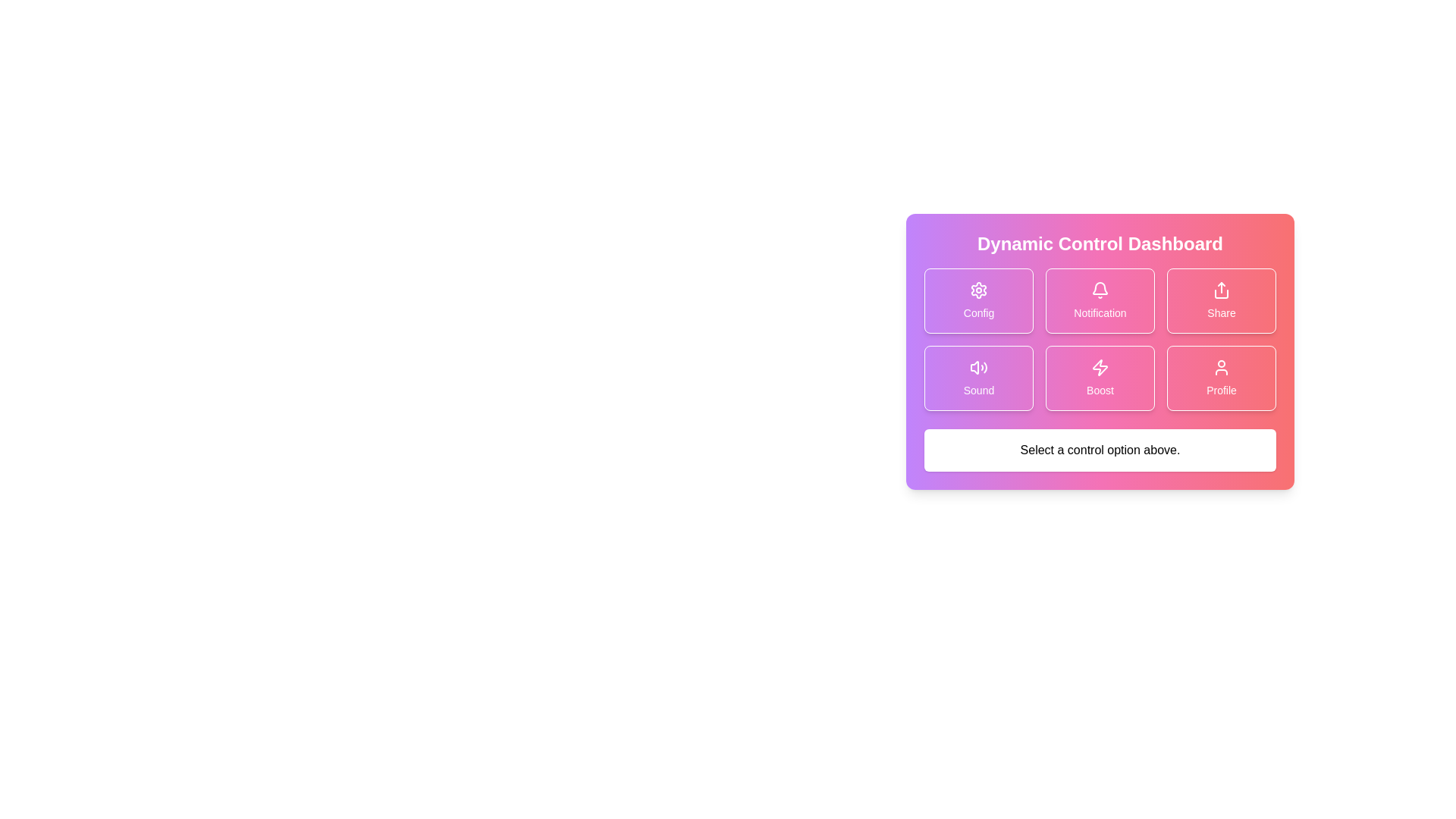  Describe the element at coordinates (1100, 243) in the screenshot. I see `the text heading 'Dynamic Control Dashboard' located at the top of the card-style layout with a vibrant gradient background` at that location.